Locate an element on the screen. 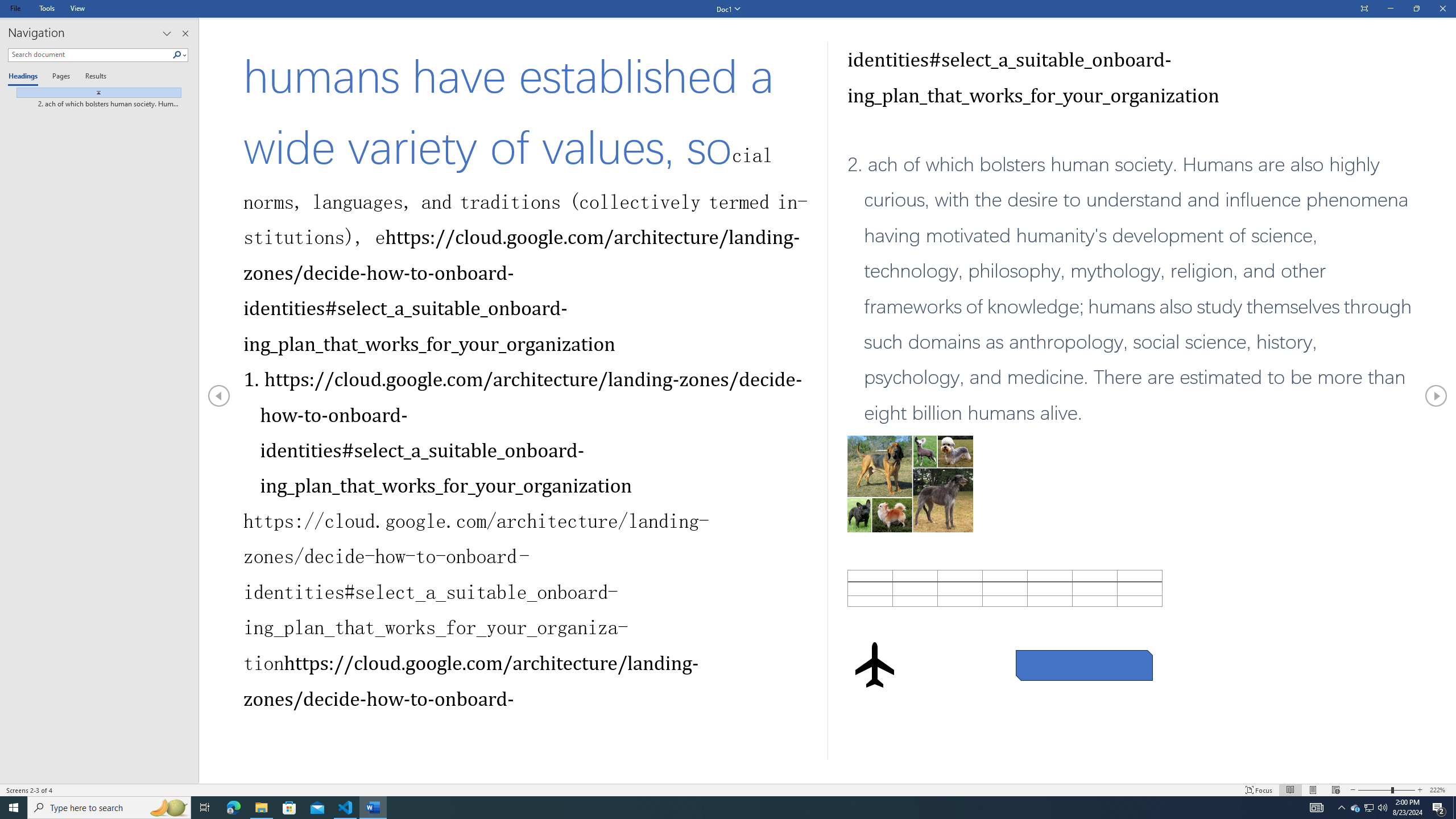 This screenshot has height=819, width=1456. 'Tools' is located at coordinates (46, 8).